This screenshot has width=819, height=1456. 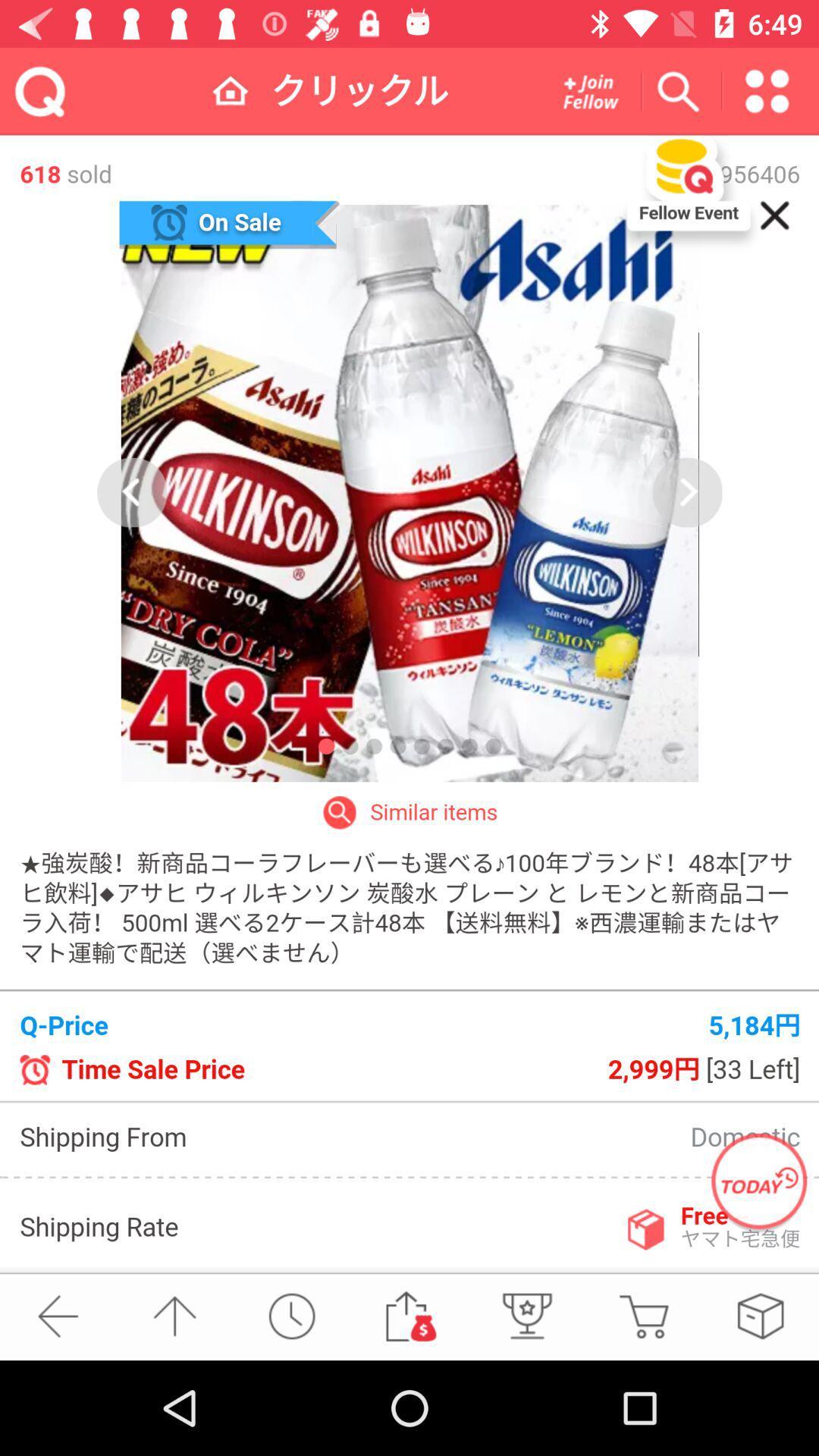 What do you see at coordinates (643, 1315) in the screenshot?
I see `the cart icon` at bounding box center [643, 1315].